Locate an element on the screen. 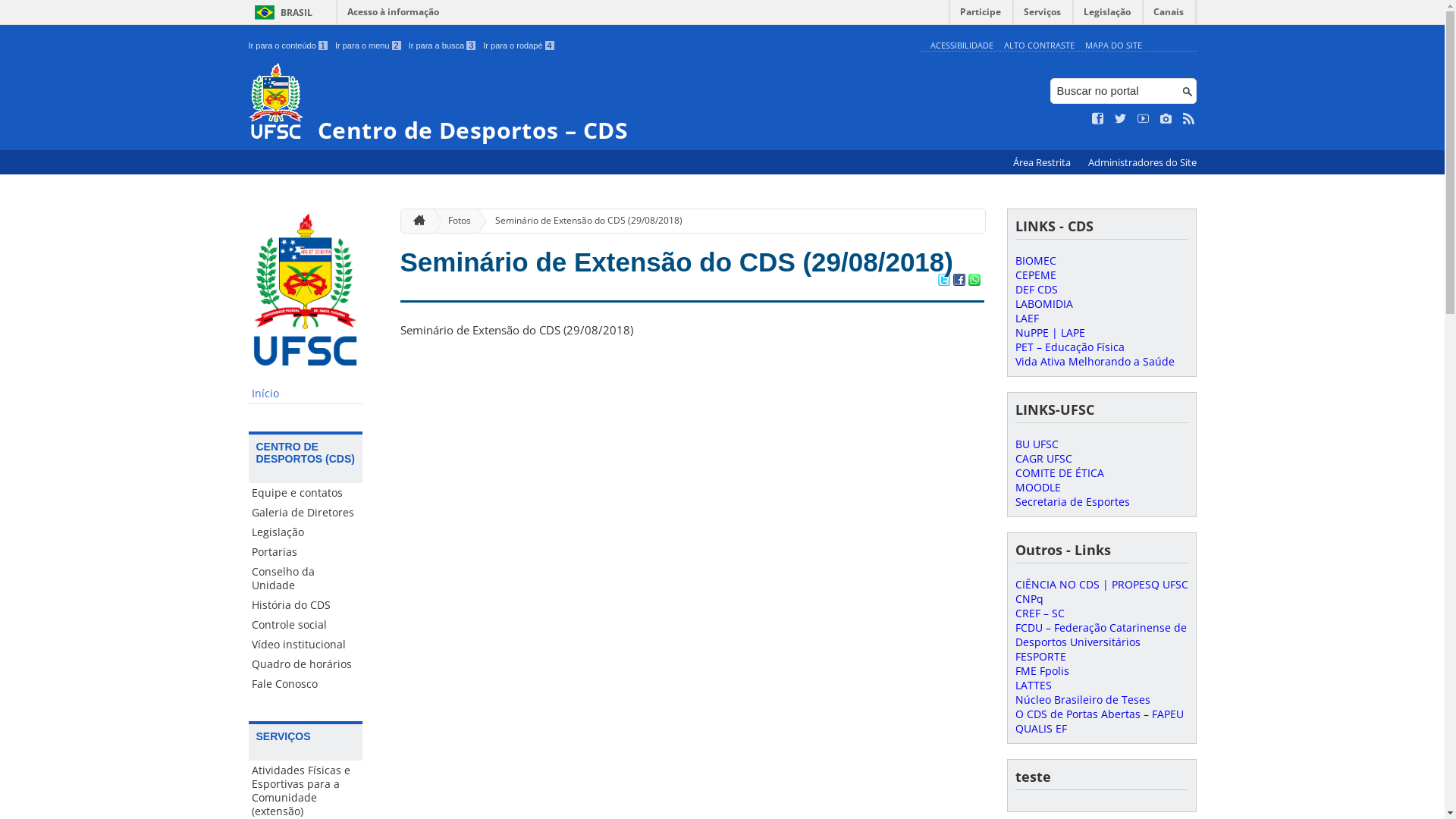  'Compartilhar no Twitter' is located at coordinates (942, 281).